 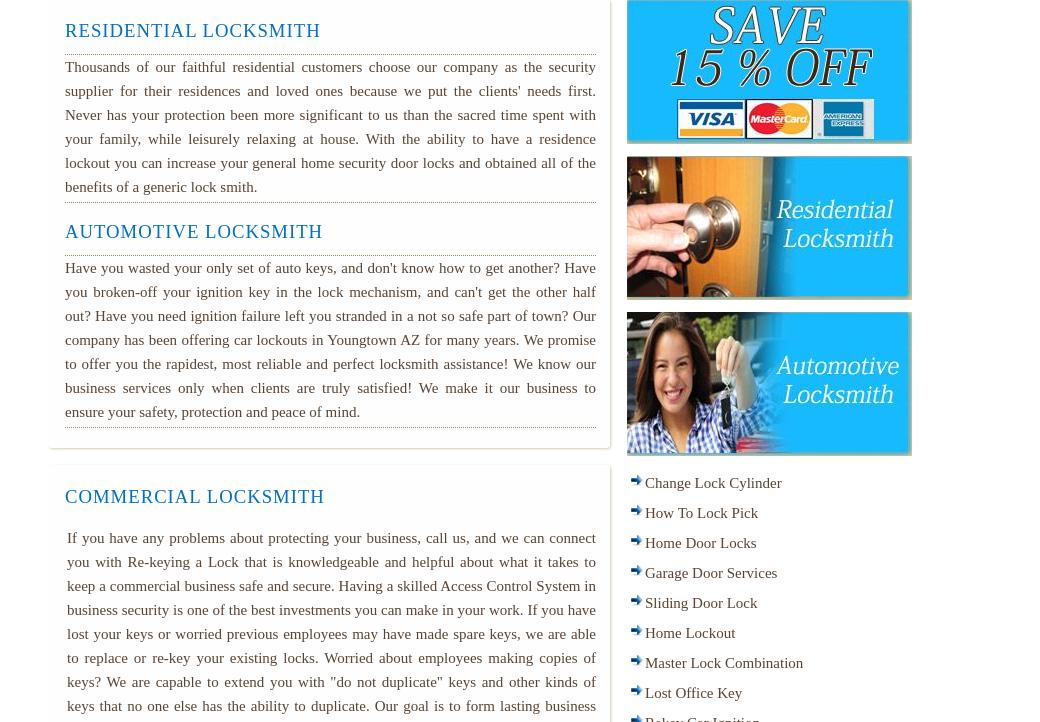 What do you see at coordinates (700, 603) in the screenshot?
I see `'Sliding Door Lock'` at bounding box center [700, 603].